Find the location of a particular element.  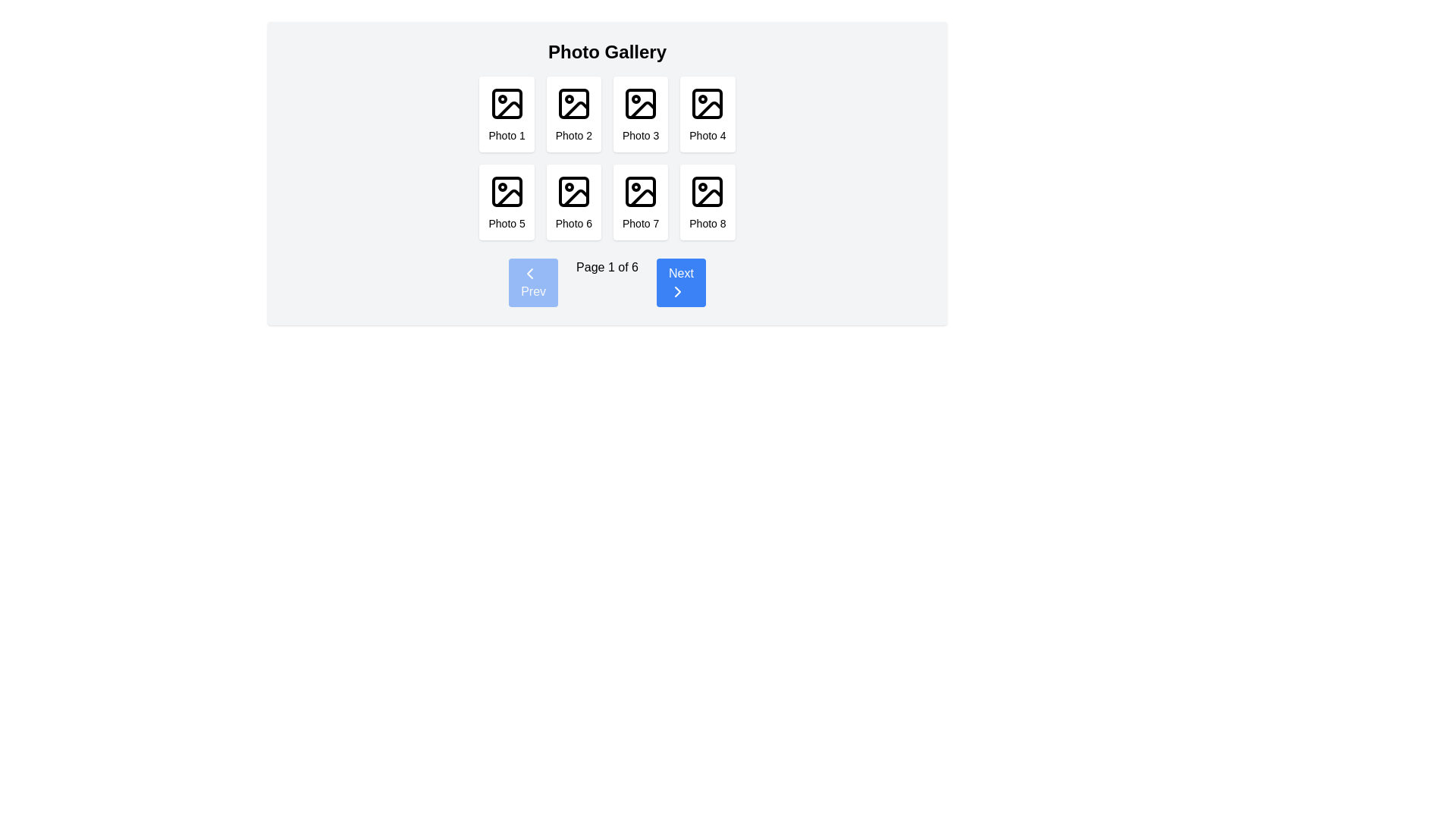

the icon located in the second image placeholder of the photo grid section, which provides visual representation for the image slot is located at coordinates (575, 109).